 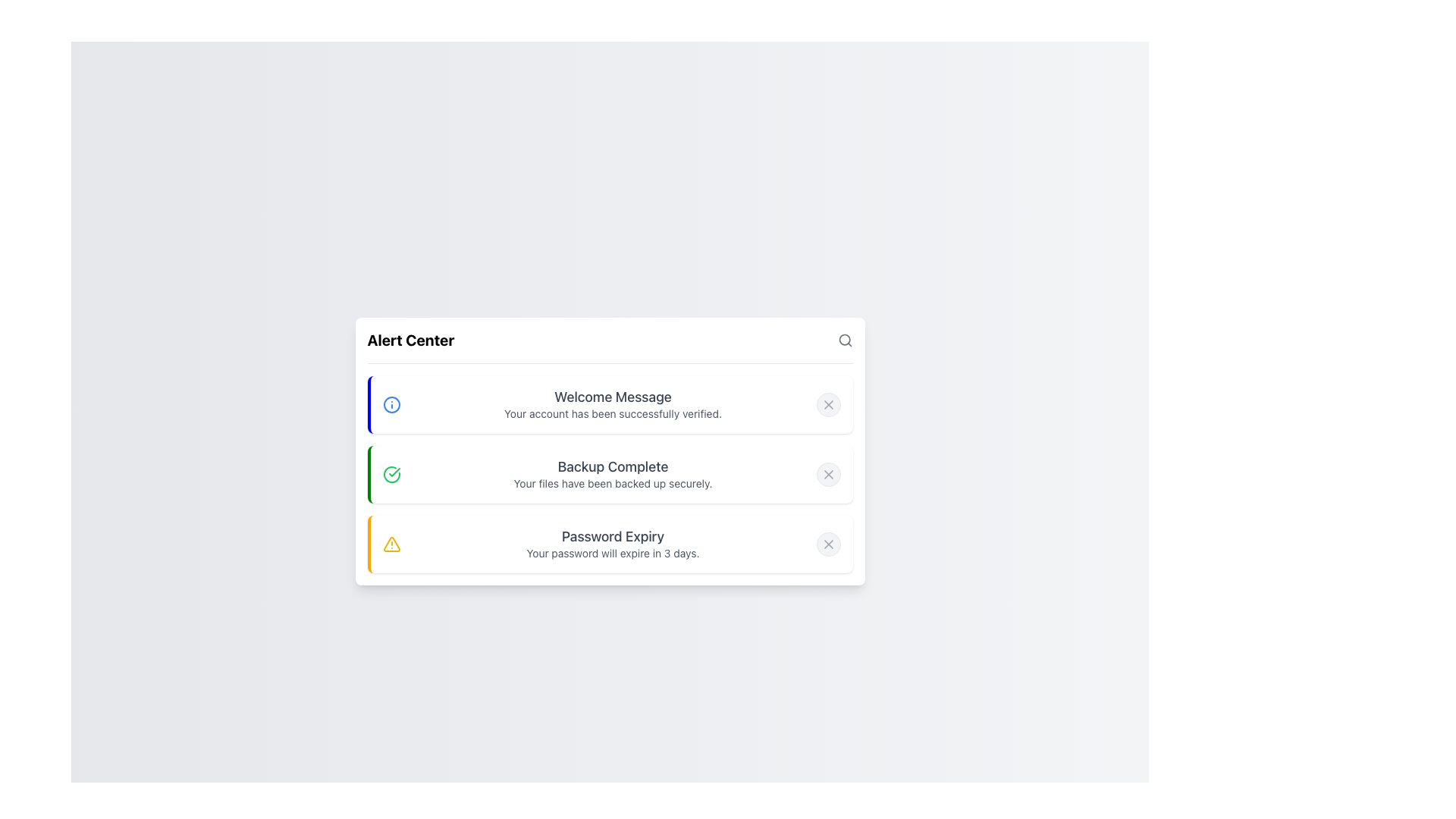 I want to click on the success icon located on the left-hand side of the 'Backup Complete' notification, which is part of the second entry in the list of alert items, so click(x=394, y=470).